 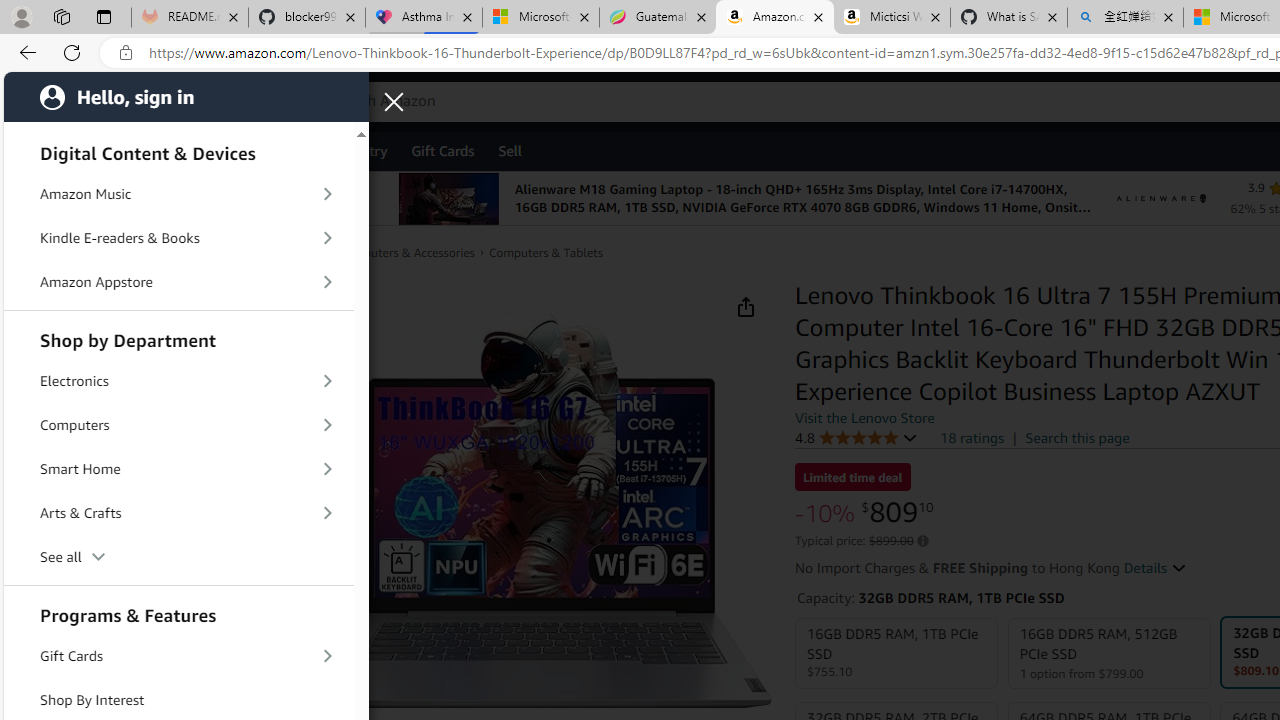 I want to click on 'Digital Content & Devices', so click(x=179, y=149).